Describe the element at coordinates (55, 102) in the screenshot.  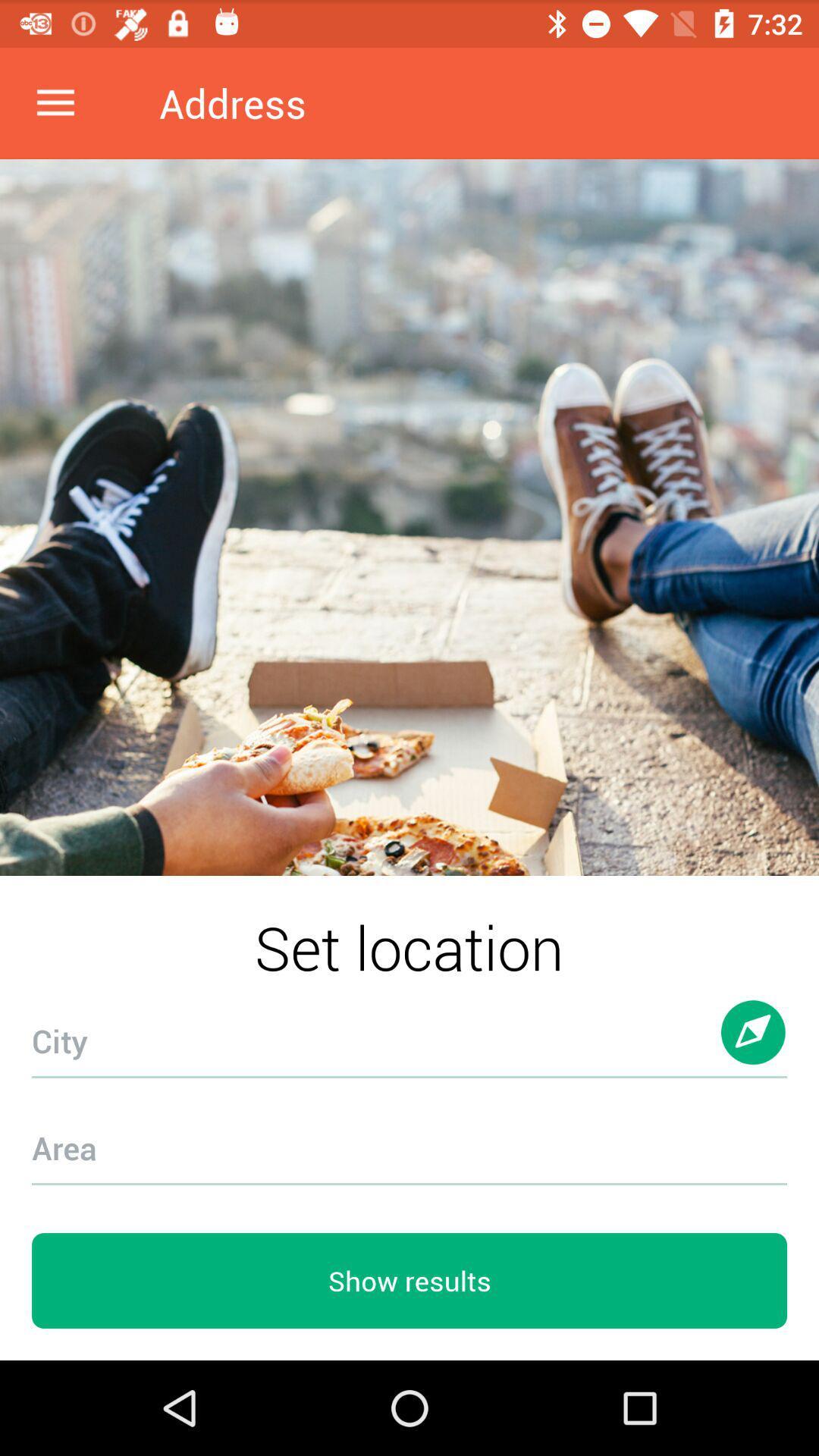
I see `the item at the top left corner` at that location.